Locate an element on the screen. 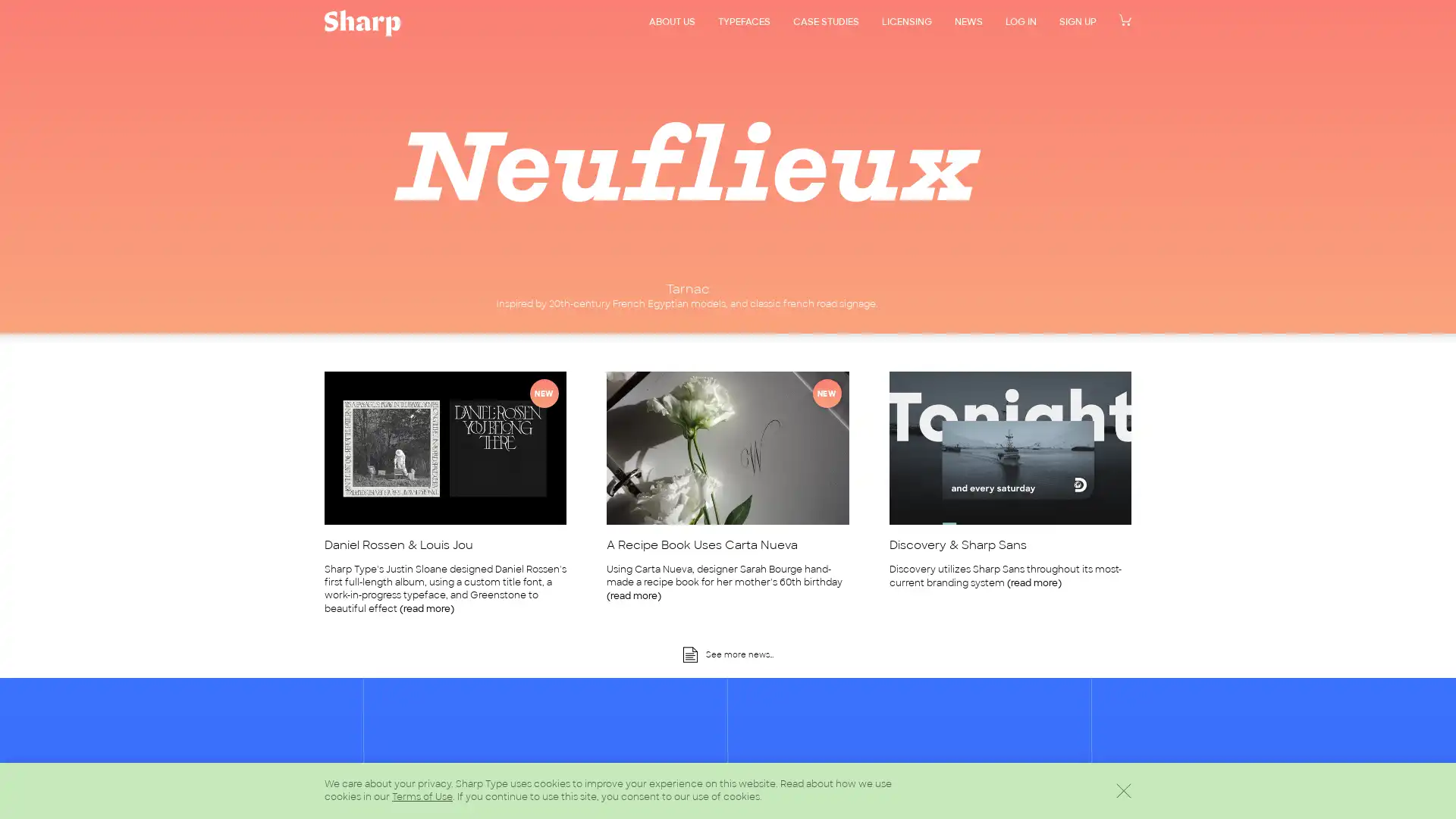  Dismiss is located at coordinates (1197, 632).